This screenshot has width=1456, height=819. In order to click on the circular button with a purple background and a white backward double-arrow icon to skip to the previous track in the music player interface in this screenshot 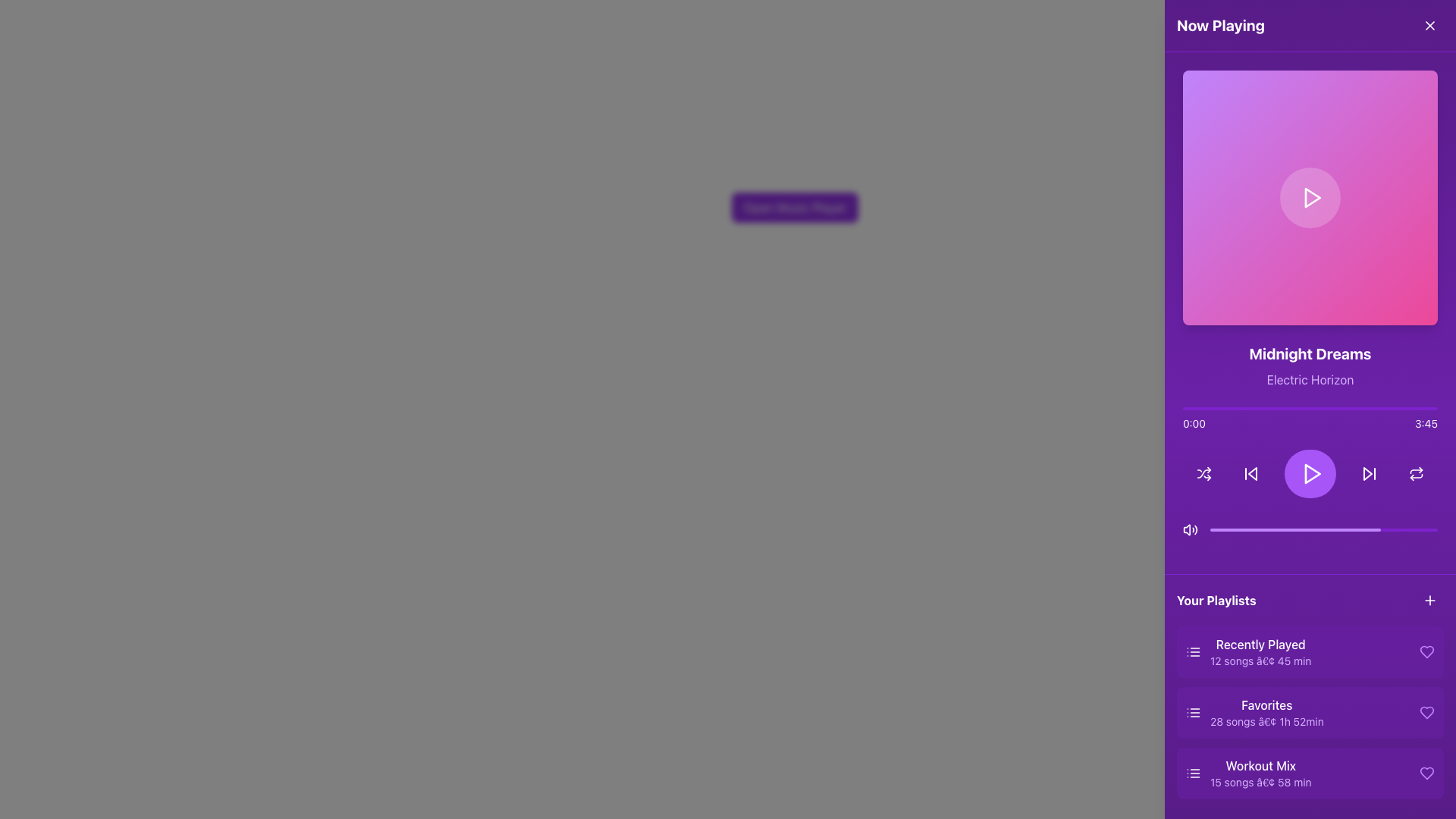, I will do `click(1251, 472)`.